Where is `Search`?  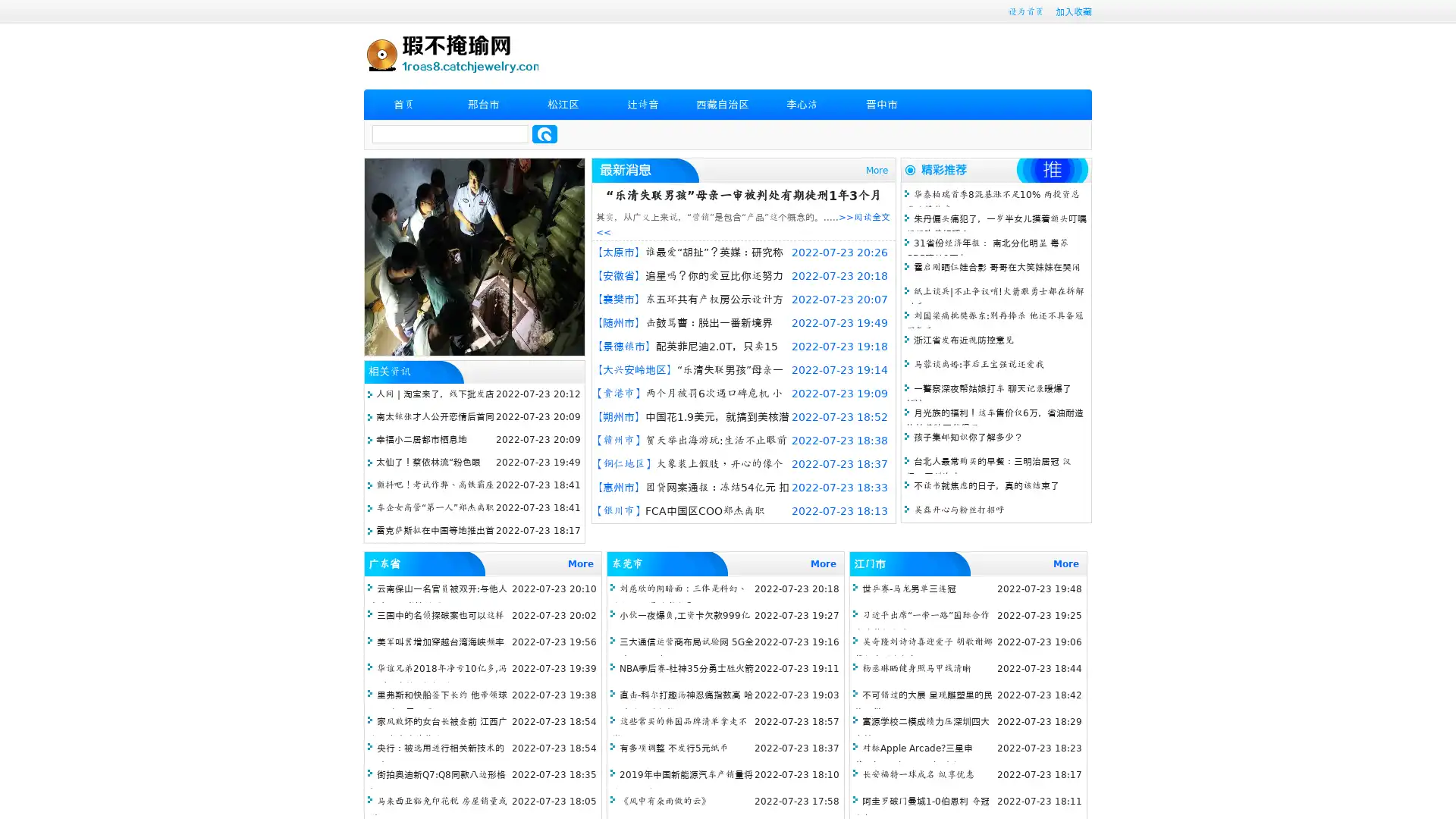 Search is located at coordinates (544, 133).